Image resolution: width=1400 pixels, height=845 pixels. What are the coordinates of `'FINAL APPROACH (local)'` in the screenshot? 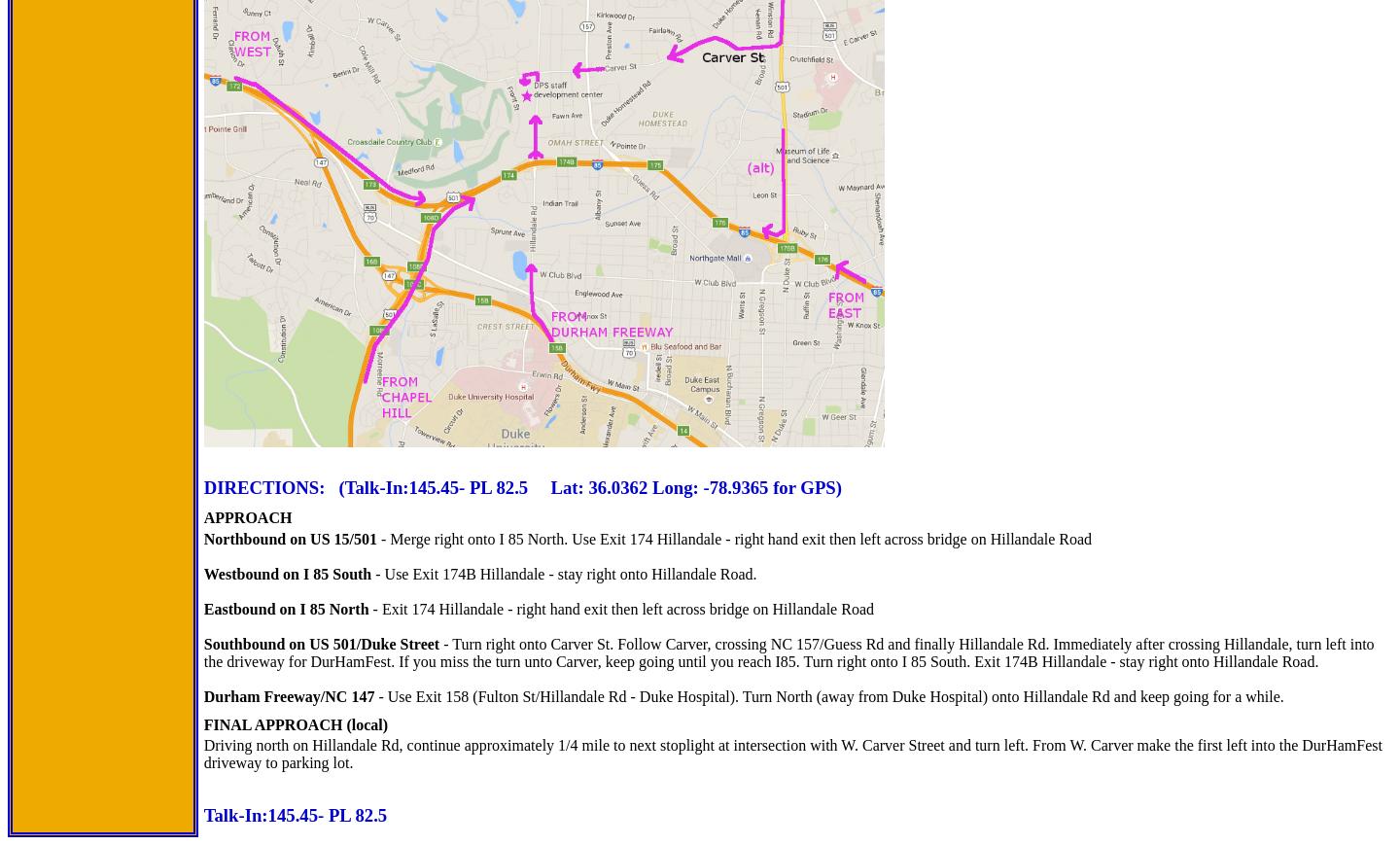 It's located at (295, 723).